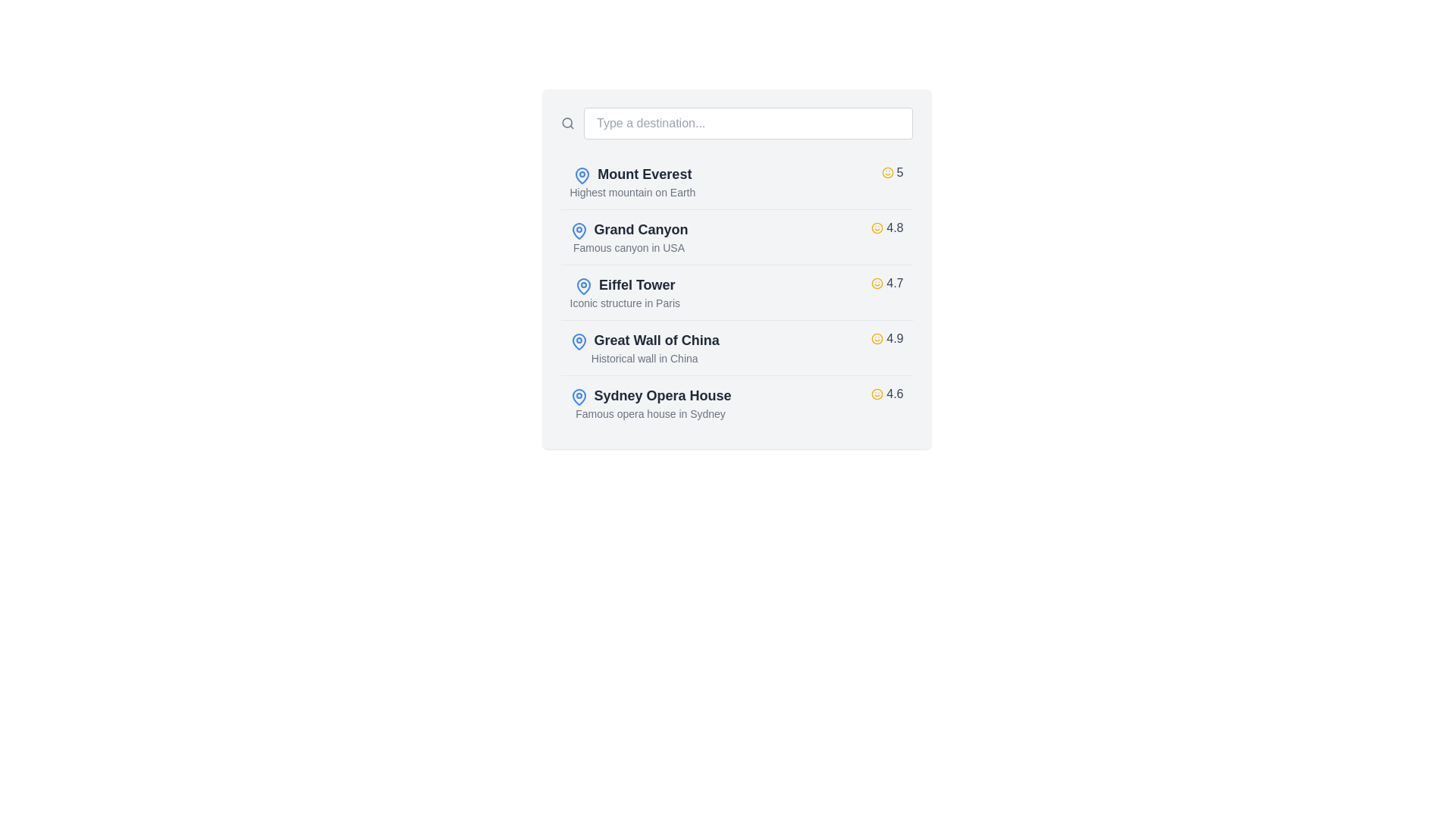 The image size is (1456, 819). I want to click on the large circular SVG element representing the smiling face in the rating icon of the 'Eiffel Tower' entry, so click(877, 284).